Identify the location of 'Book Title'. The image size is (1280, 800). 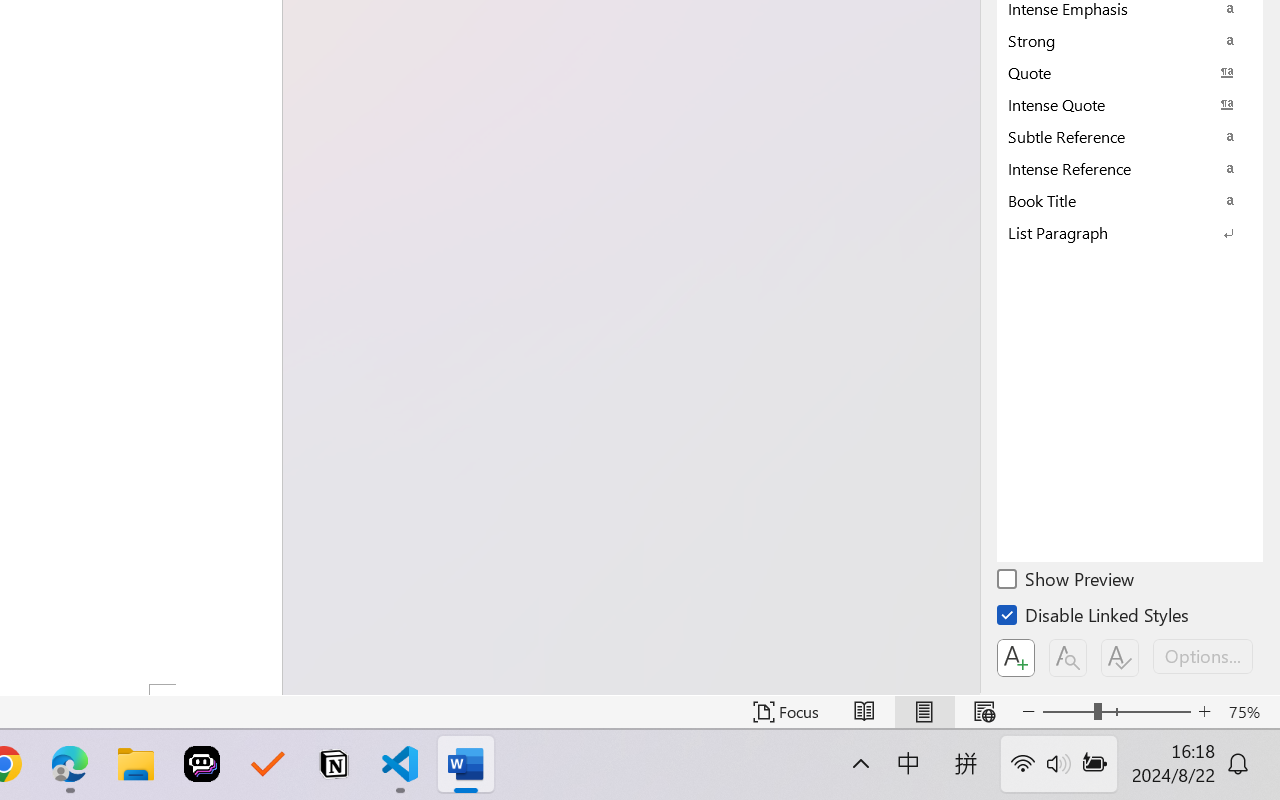
(1130, 200).